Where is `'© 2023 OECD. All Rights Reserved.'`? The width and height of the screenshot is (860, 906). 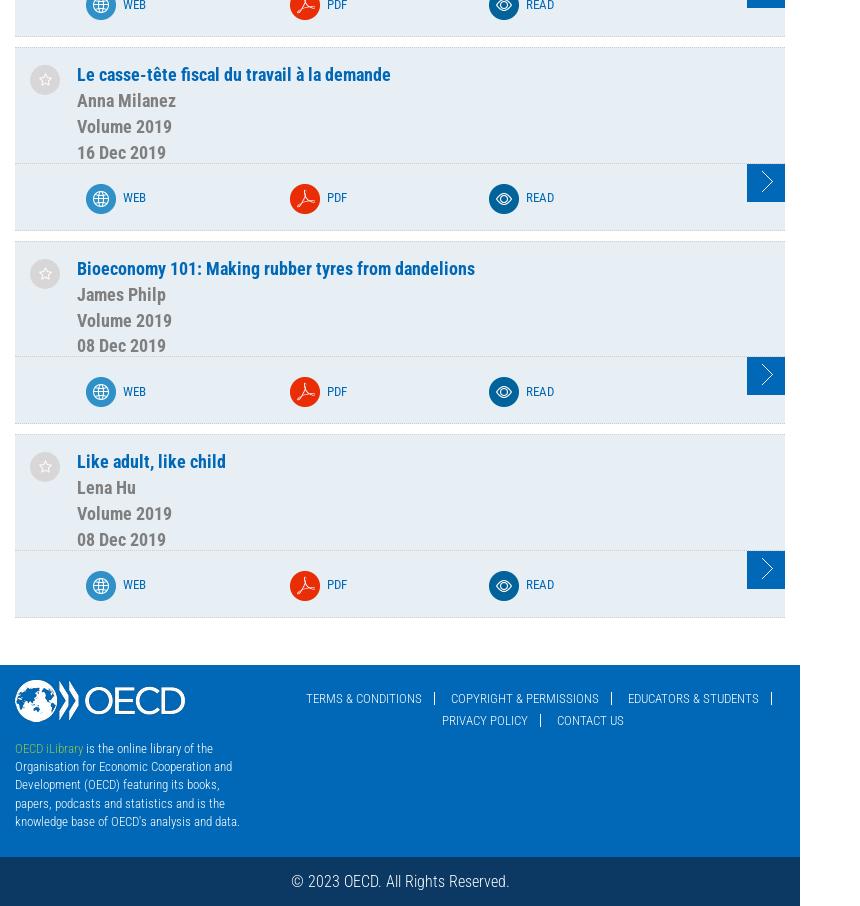 '© 2023 OECD. All Rights Reserved.' is located at coordinates (288, 881).